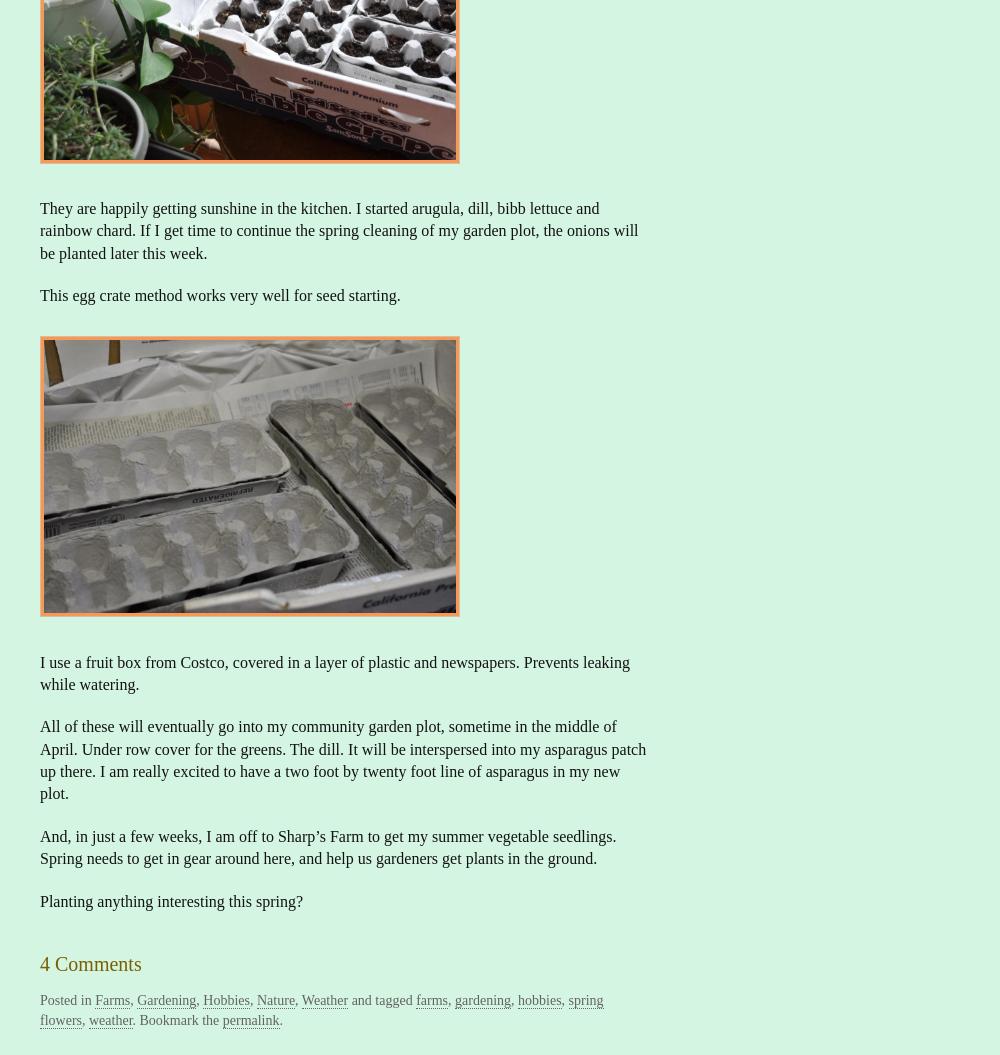  What do you see at coordinates (40, 229) in the screenshot?
I see `'They are happily getting sunshine in the kitchen. I started arugula, dill, bibb lettuce and rainbow chard. If I get time to continue the spring cleaning of my garden plot, the onions will be planted later this week.'` at bounding box center [40, 229].